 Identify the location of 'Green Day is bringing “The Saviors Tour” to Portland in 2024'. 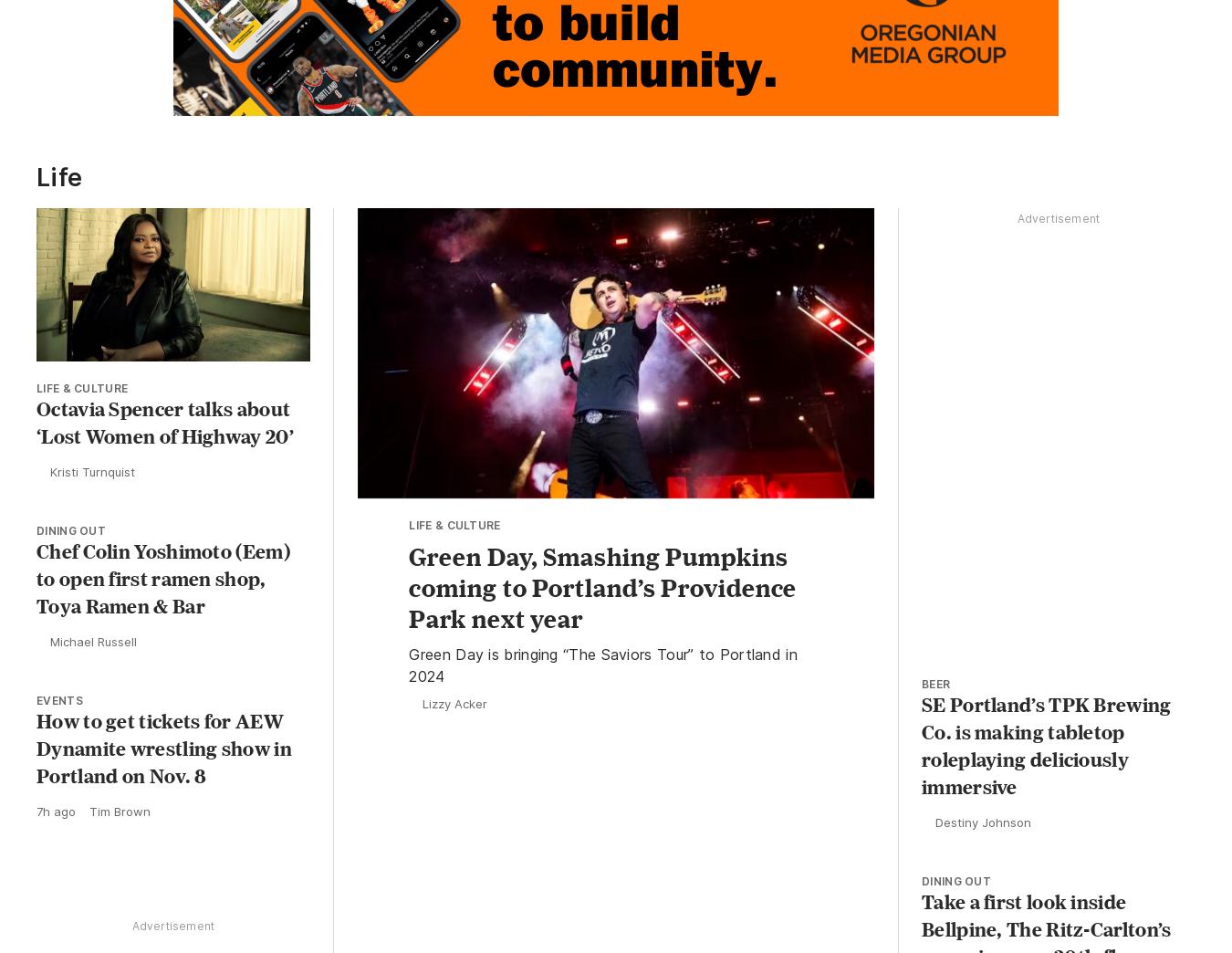
(602, 668).